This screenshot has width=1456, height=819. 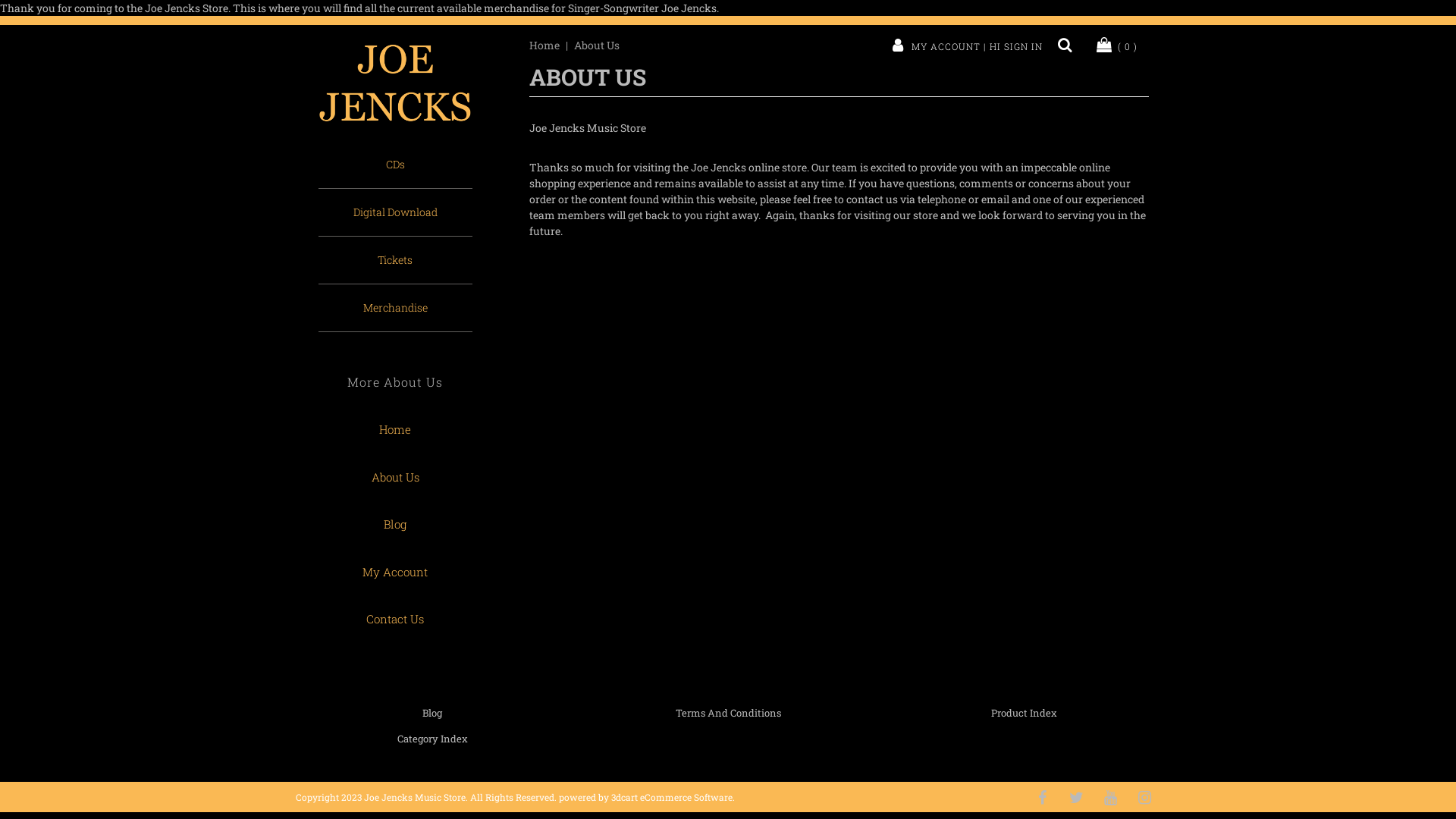 What do you see at coordinates (395, 164) in the screenshot?
I see `'CDs'` at bounding box center [395, 164].